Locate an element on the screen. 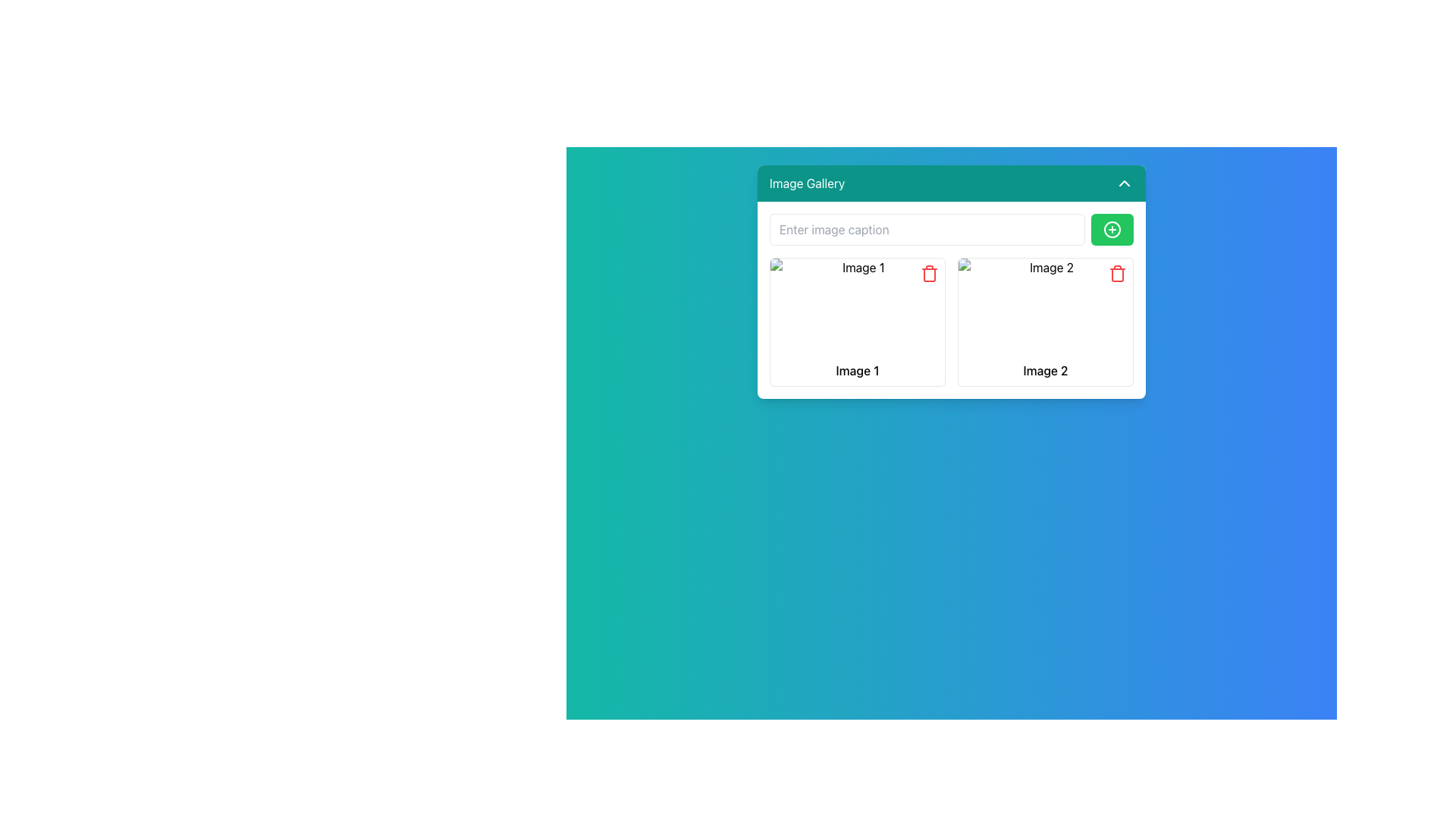 The width and height of the screenshot is (1456, 819). the image placeholder marked as 'Image 2', which is located in the second column of the image gallery layout is located at coordinates (1044, 307).